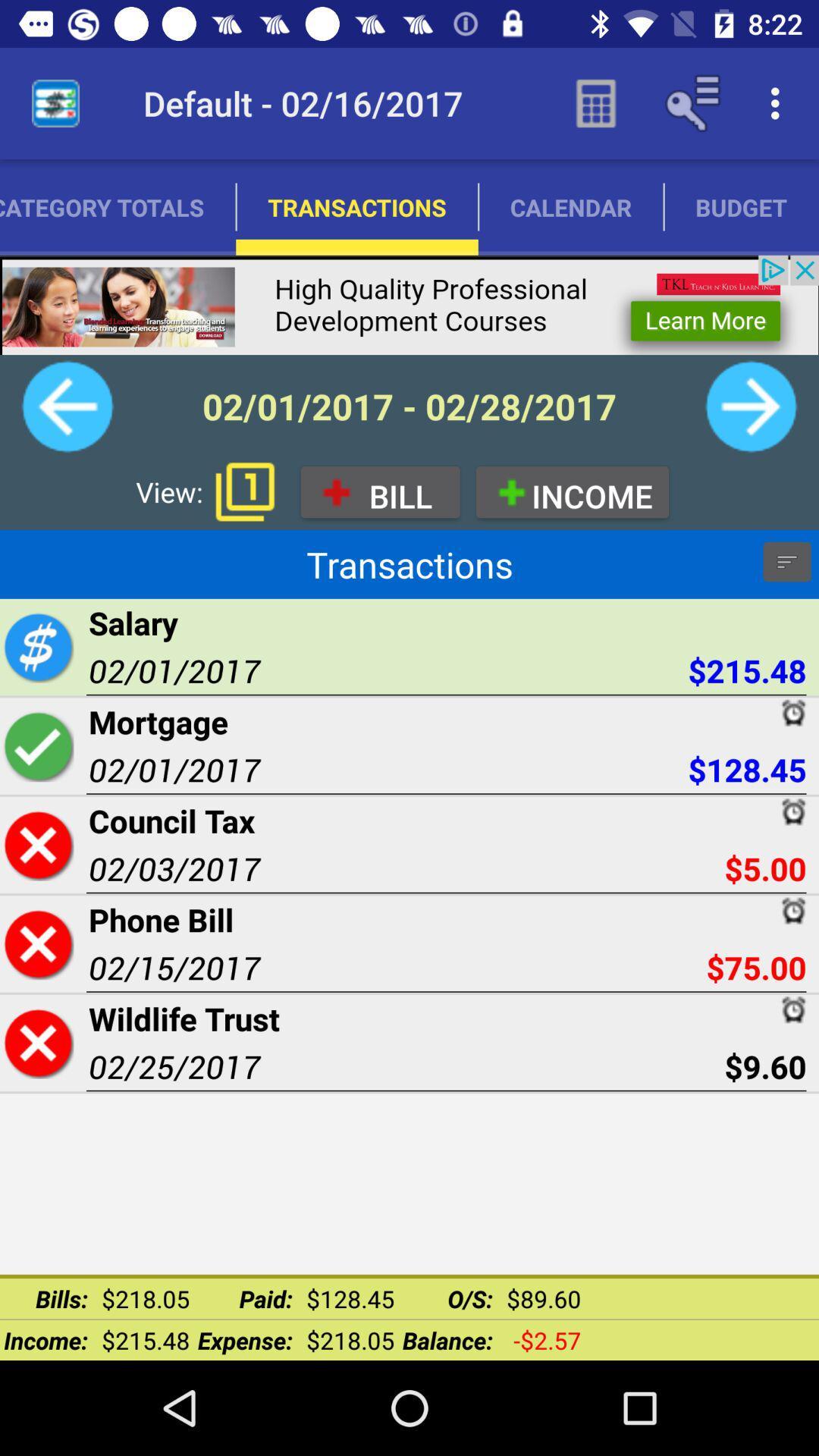 The width and height of the screenshot is (819, 1456). Describe the element at coordinates (786, 560) in the screenshot. I see `more information button` at that location.